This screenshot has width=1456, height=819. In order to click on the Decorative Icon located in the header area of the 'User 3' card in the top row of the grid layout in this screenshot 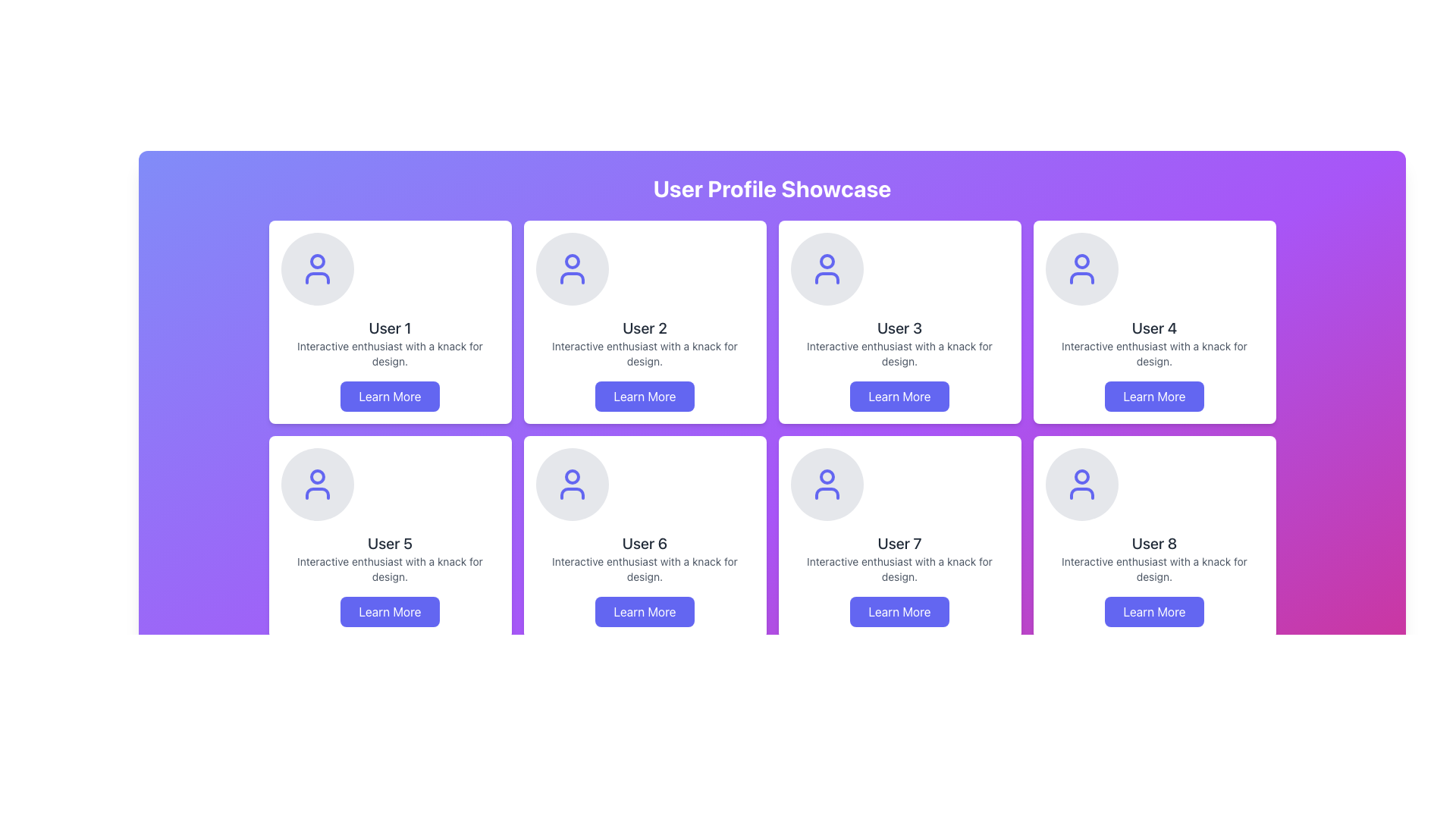, I will do `click(826, 268)`.